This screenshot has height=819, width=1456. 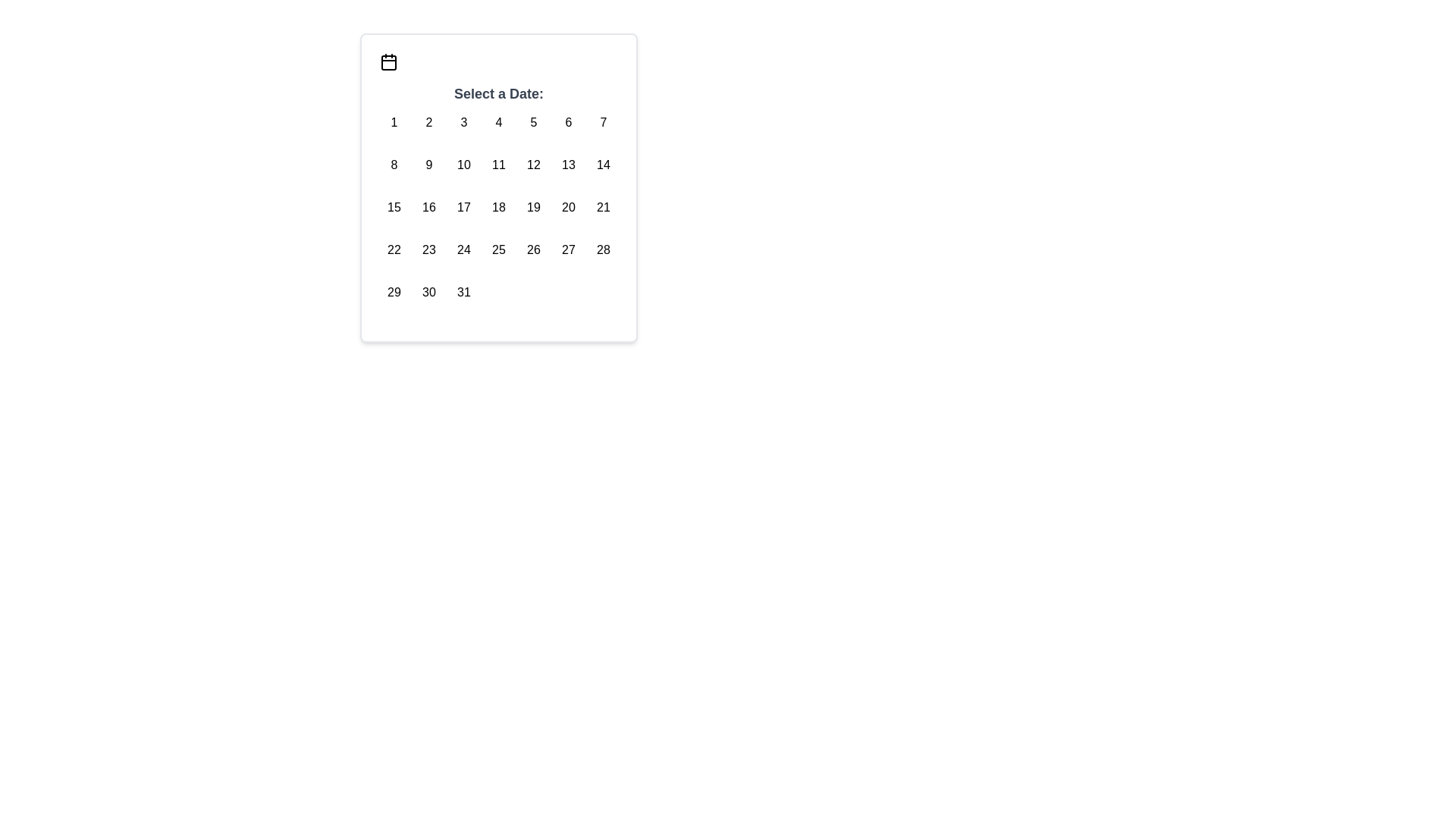 What do you see at coordinates (428, 165) in the screenshot?
I see `the circular button labeled '9' in the calendar component` at bounding box center [428, 165].